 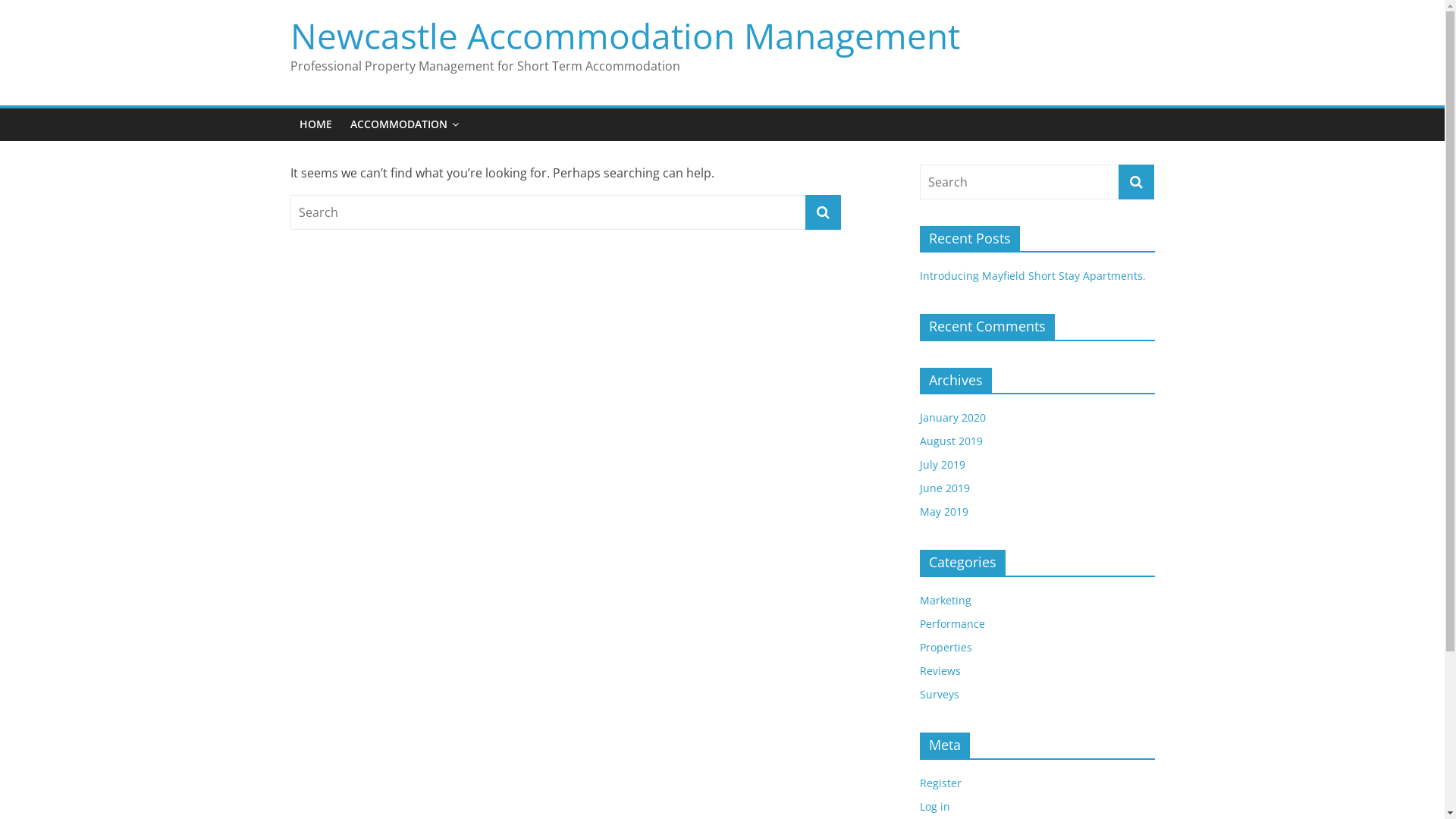 What do you see at coordinates (942, 511) in the screenshot?
I see `'May 2019'` at bounding box center [942, 511].